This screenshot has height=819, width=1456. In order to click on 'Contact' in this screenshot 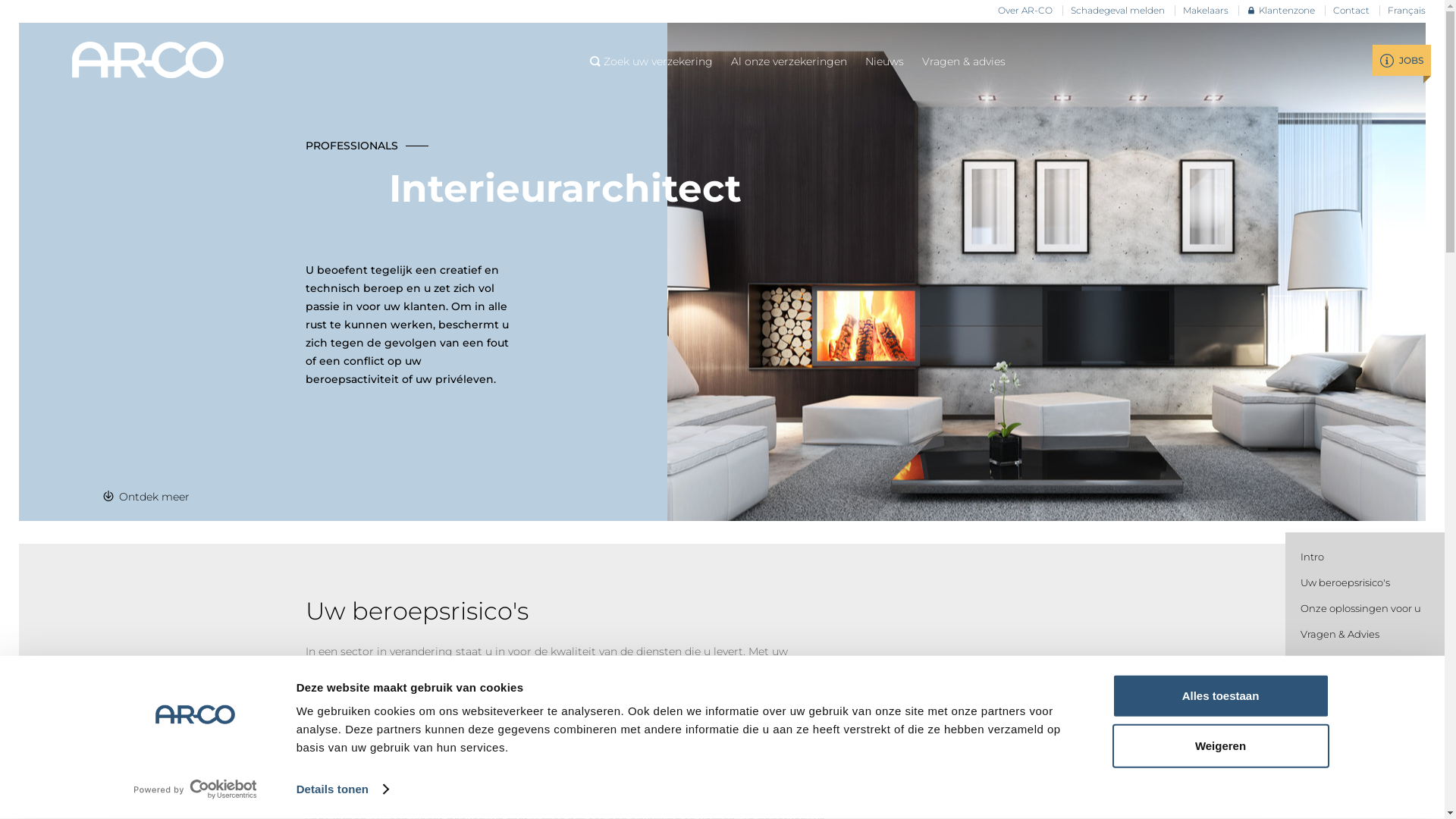, I will do `click(1332, 11)`.